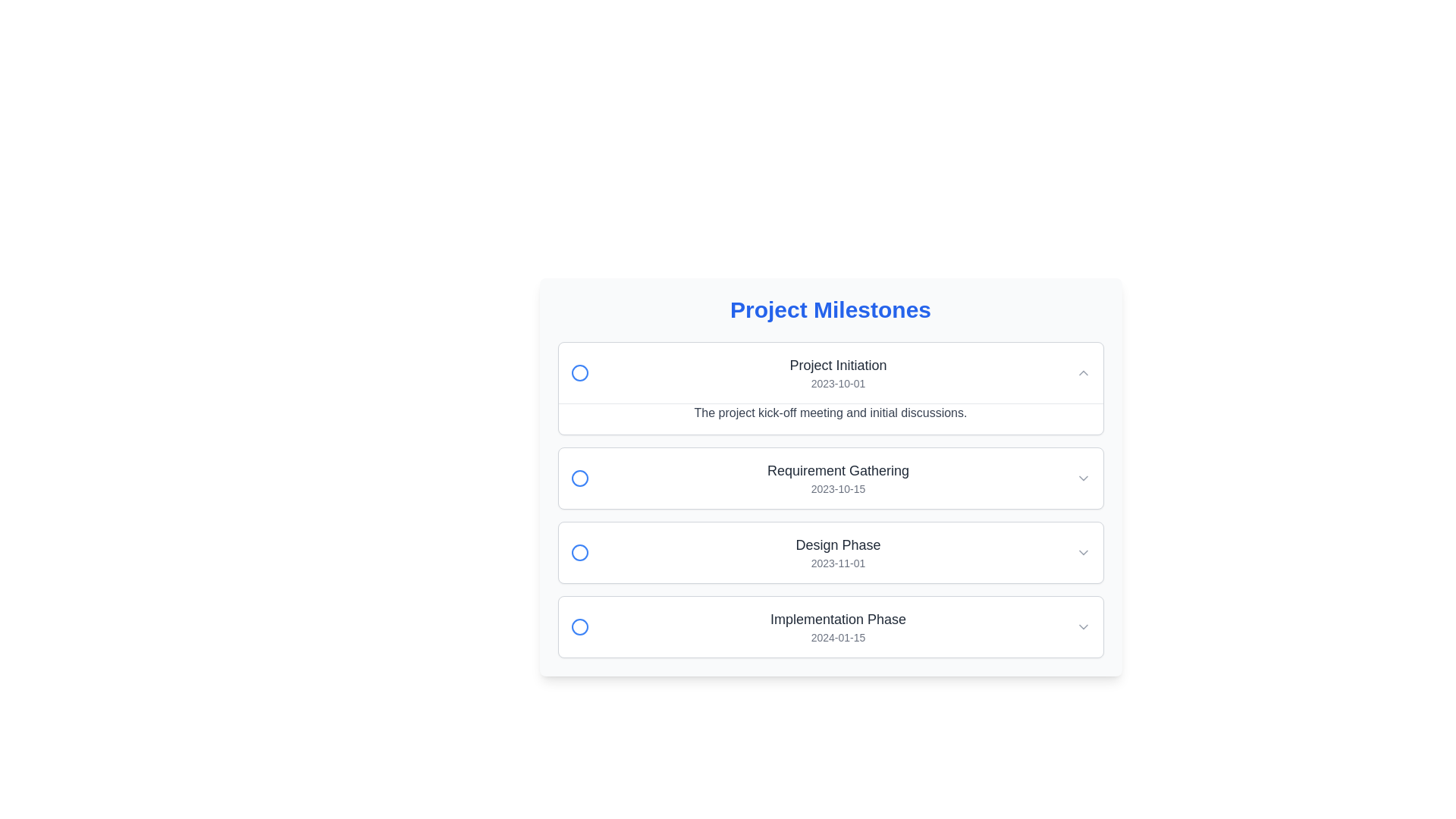 The width and height of the screenshot is (1456, 819). What do you see at coordinates (837, 637) in the screenshot?
I see `the text label representing the date related to the 'Implementation Phase', located below 'Implementation Phase' and to the right of the section's radio button in the 'Project Milestones' list` at bounding box center [837, 637].